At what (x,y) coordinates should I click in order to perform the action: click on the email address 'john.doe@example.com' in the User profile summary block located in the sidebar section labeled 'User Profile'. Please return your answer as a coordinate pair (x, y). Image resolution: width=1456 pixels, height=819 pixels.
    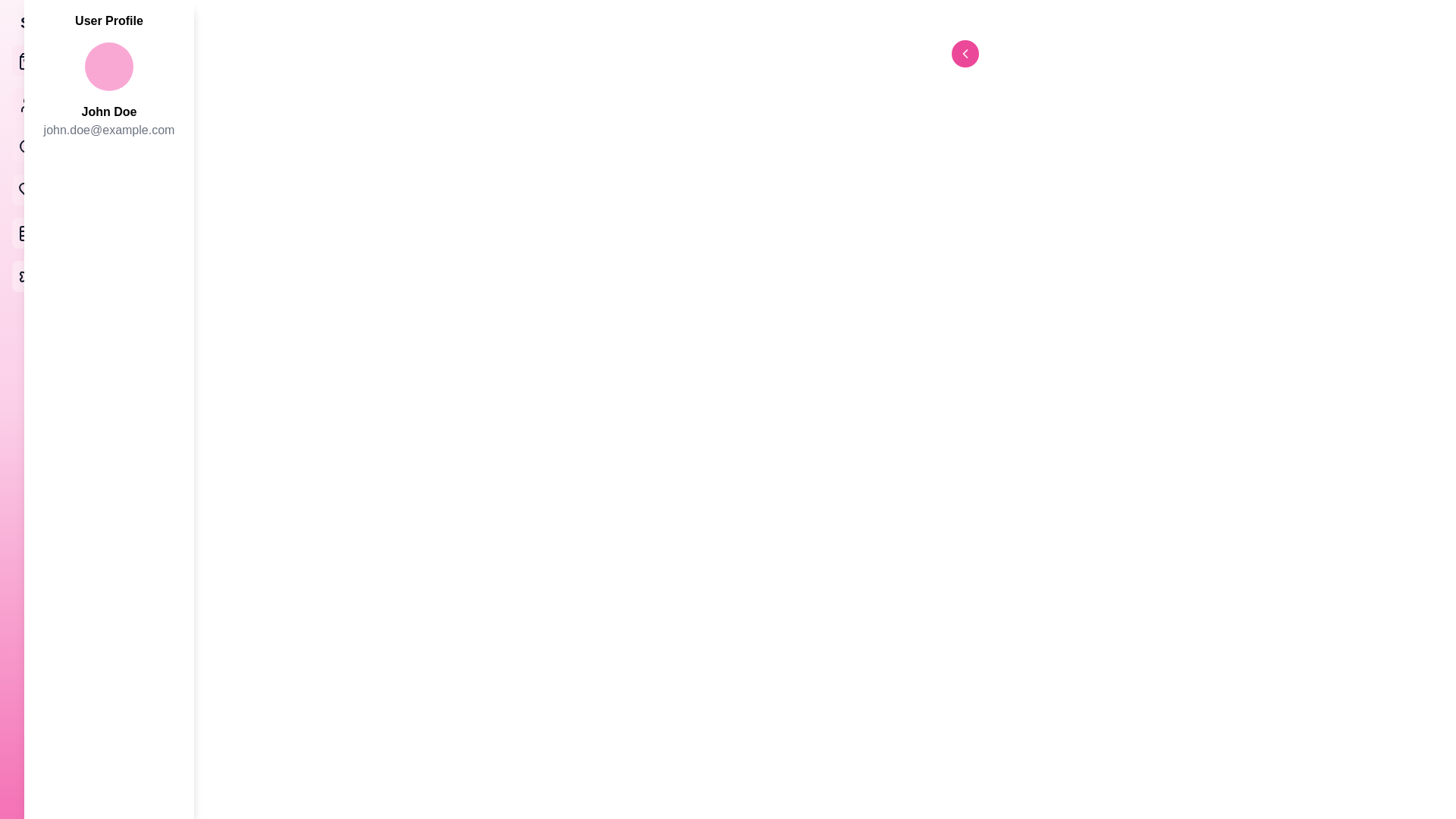
    Looking at the image, I should click on (108, 96).